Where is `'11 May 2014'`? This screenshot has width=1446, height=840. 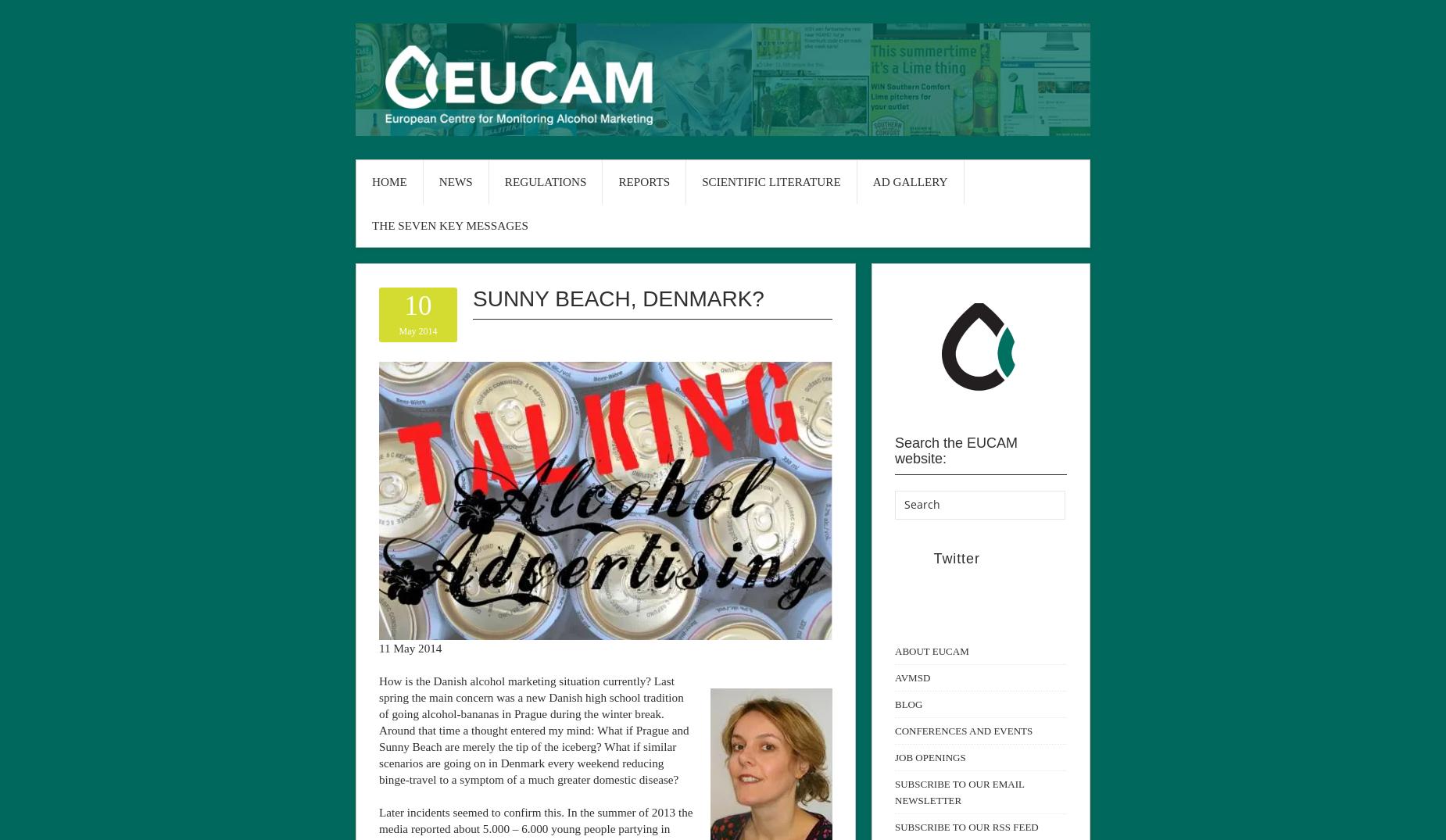 '11 May 2014' is located at coordinates (379, 646).